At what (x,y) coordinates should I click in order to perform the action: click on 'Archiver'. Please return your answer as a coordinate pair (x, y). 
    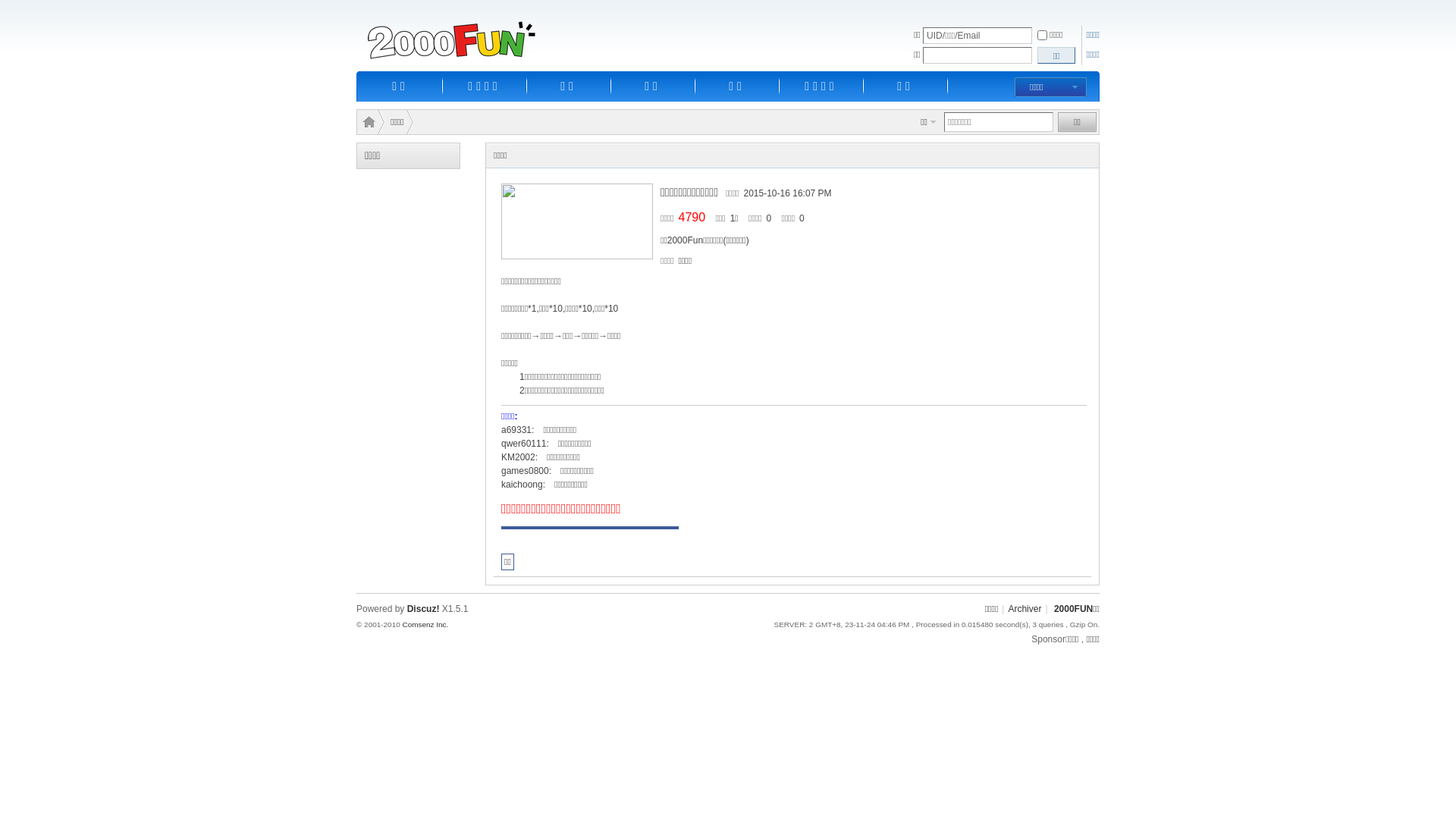
    Looking at the image, I should click on (1024, 607).